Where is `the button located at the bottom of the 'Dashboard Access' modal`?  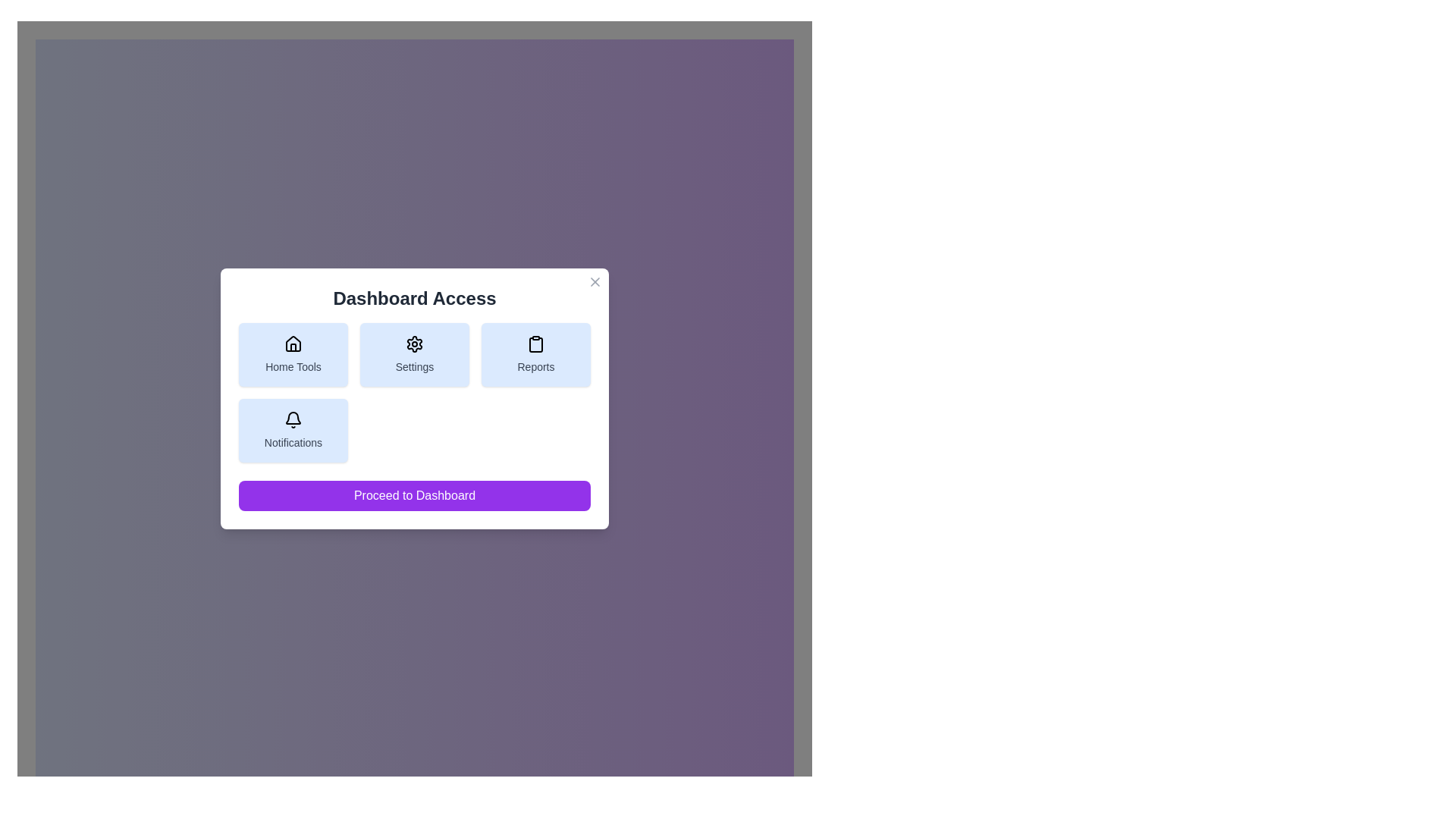
the button located at the bottom of the 'Dashboard Access' modal is located at coordinates (415, 496).